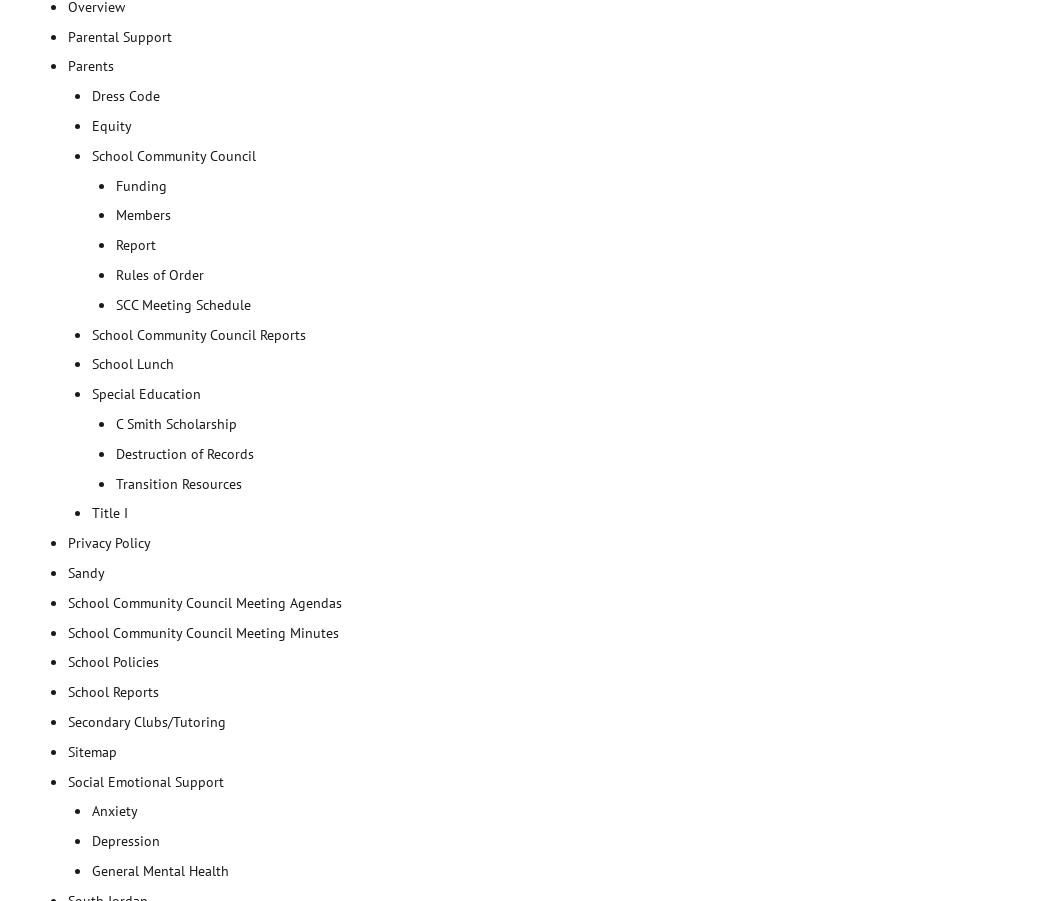 Image resolution: width=1050 pixels, height=901 pixels. I want to click on 'Transition Resources', so click(115, 483).